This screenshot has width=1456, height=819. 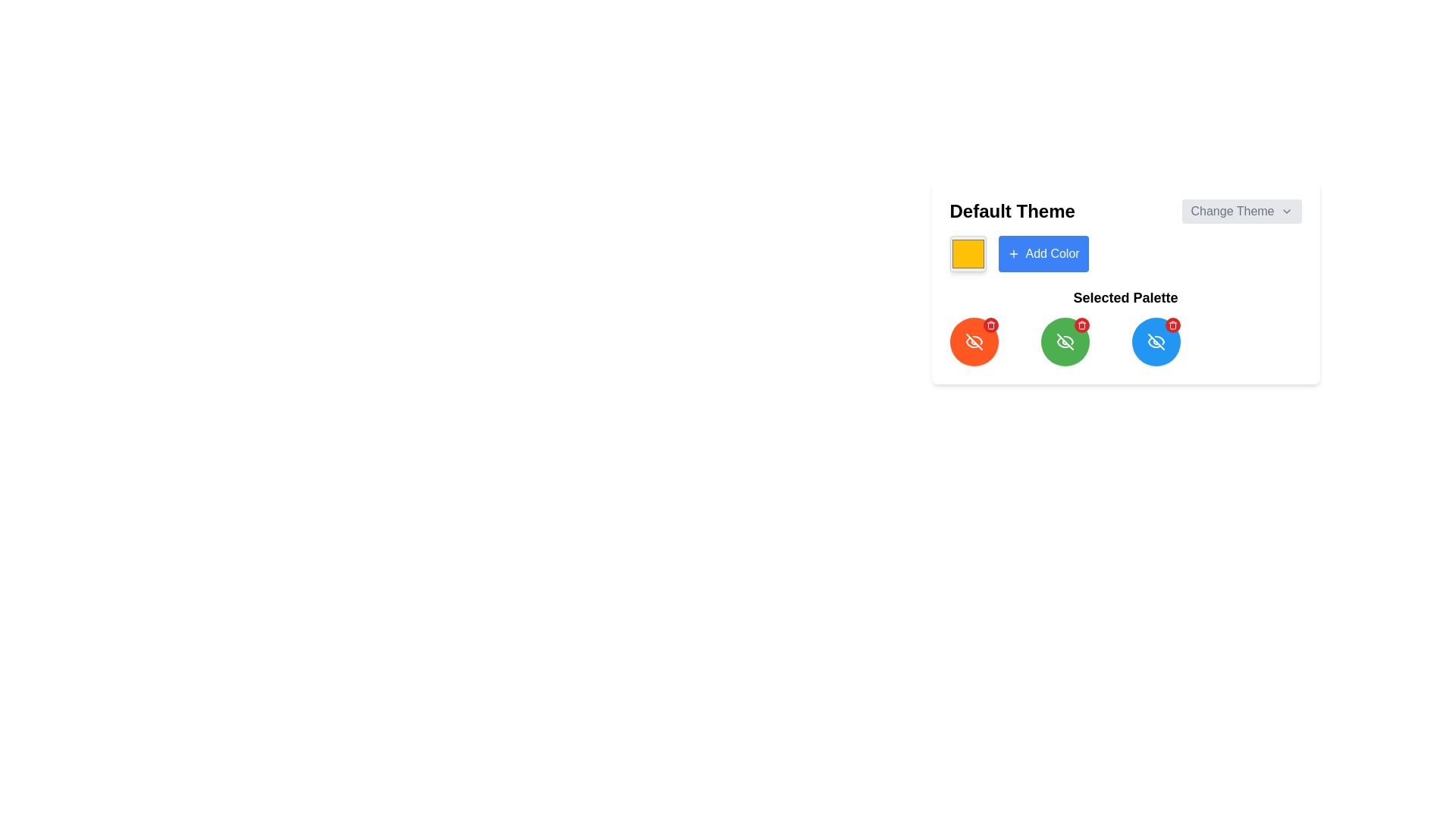 I want to click on the text label that indicates the dropdown menu functionality located in the upper-right corner of the interface, so click(x=1232, y=211).